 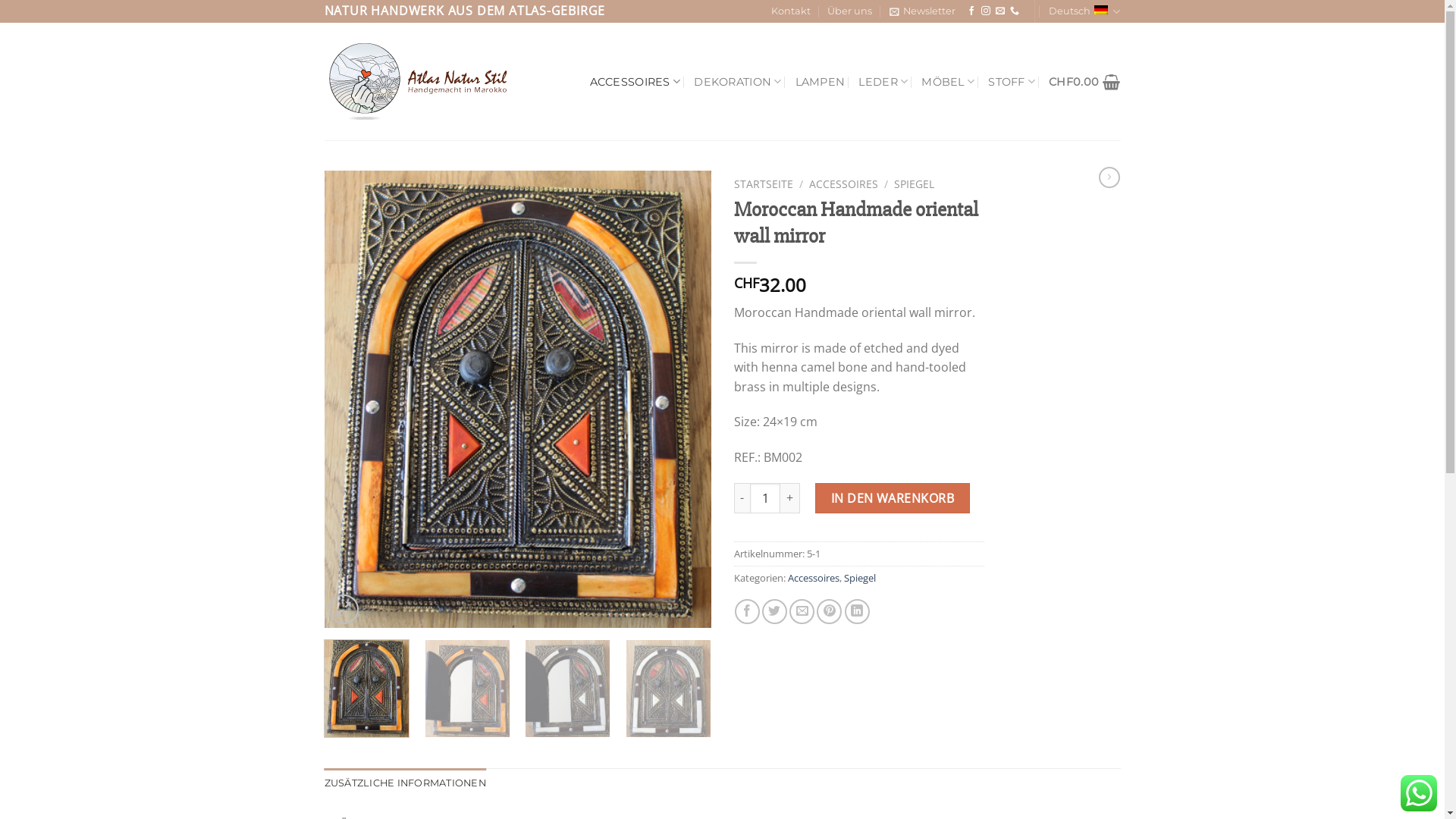 I want to click on 'Kontakt', so click(x=789, y=11).